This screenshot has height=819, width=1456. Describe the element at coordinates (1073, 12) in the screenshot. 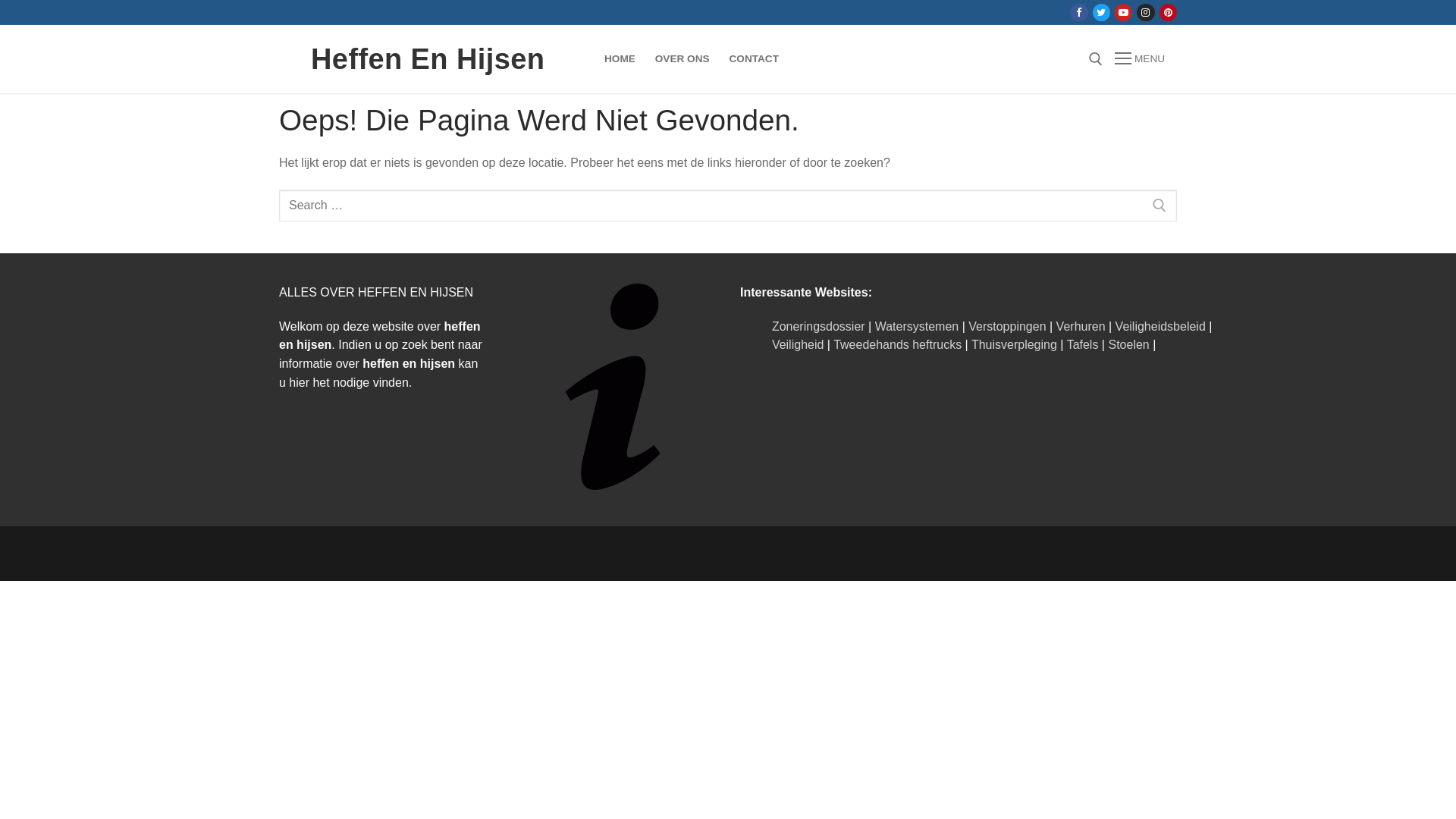

I see `'Facebook'` at that location.